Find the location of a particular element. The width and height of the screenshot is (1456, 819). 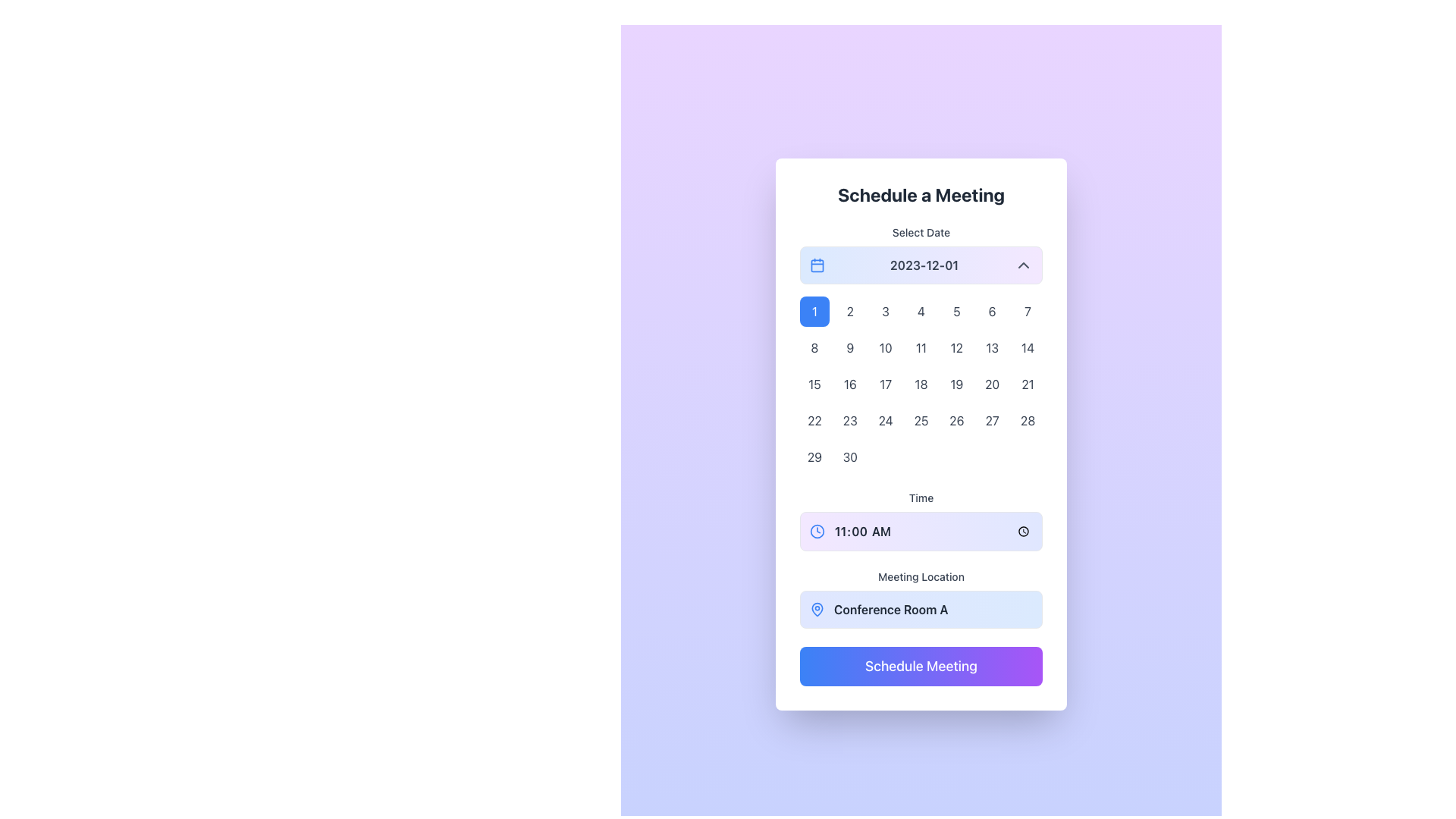

the interactive button displaying the date '17' in the calendar grid is located at coordinates (885, 383).